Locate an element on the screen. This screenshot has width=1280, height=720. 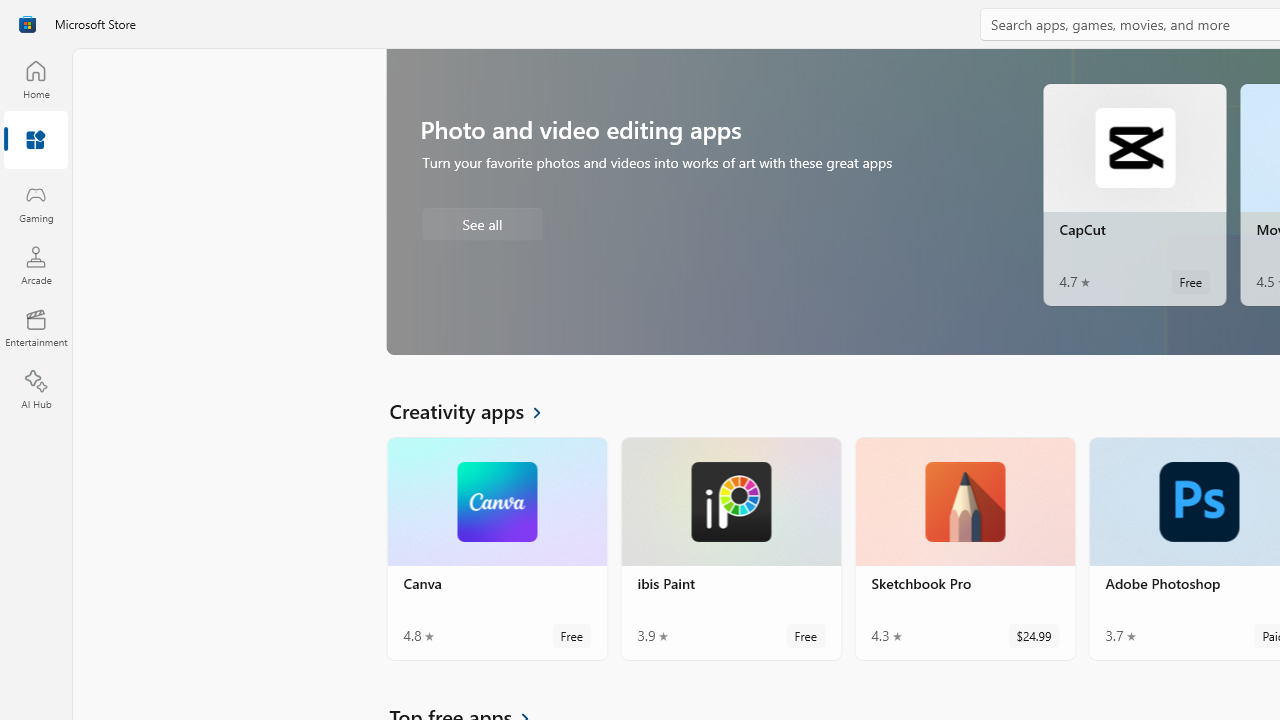
'Canva. Average rating of 4.8 out of five stars. Free  ' is located at coordinates (497, 549).